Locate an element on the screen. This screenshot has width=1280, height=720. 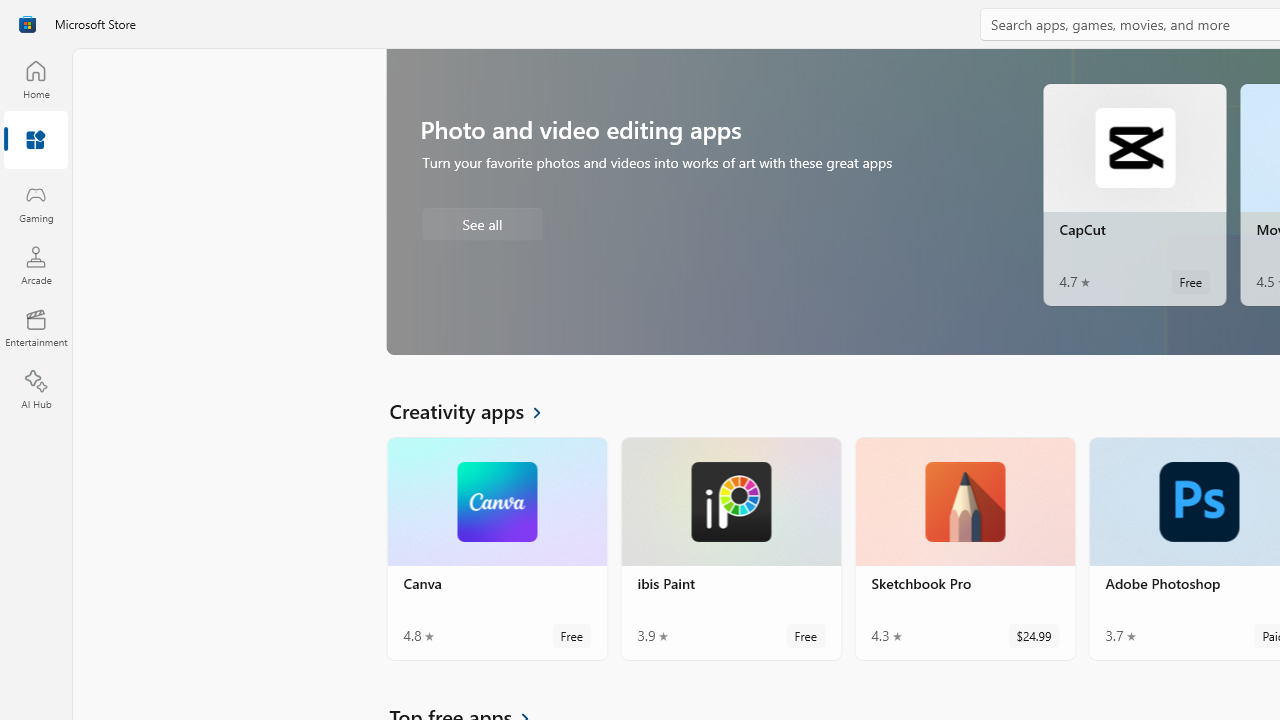
'Canva. Average rating of 4.8 out of five stars. Free  ' is located at coordinates (497, 549).